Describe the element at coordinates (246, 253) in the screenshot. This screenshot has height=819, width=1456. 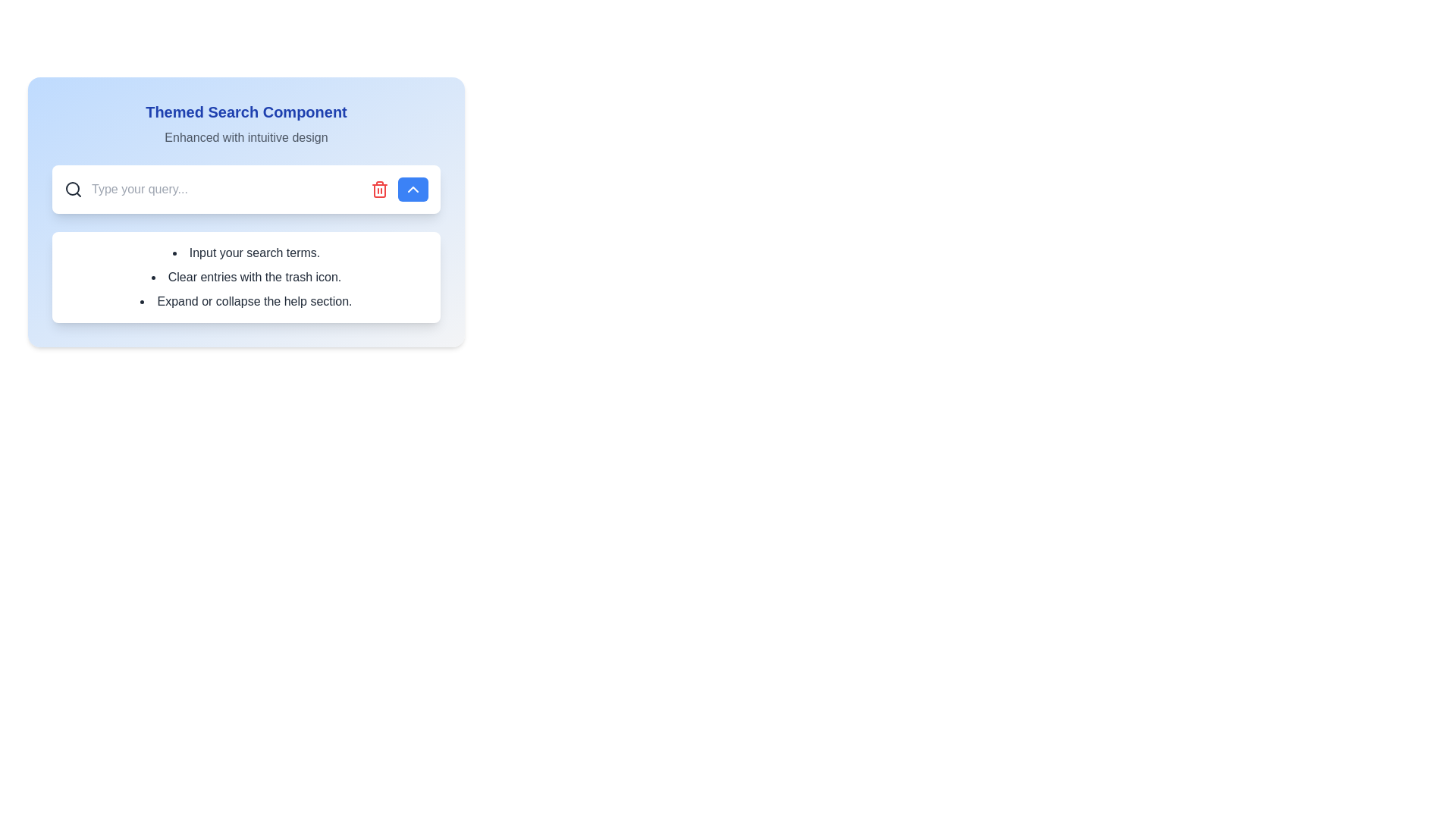
I see `the text label that says 'Input your search terms.' which is the first item in a bulleted list located near the bottom center of the interface, below the search bar` at that location.